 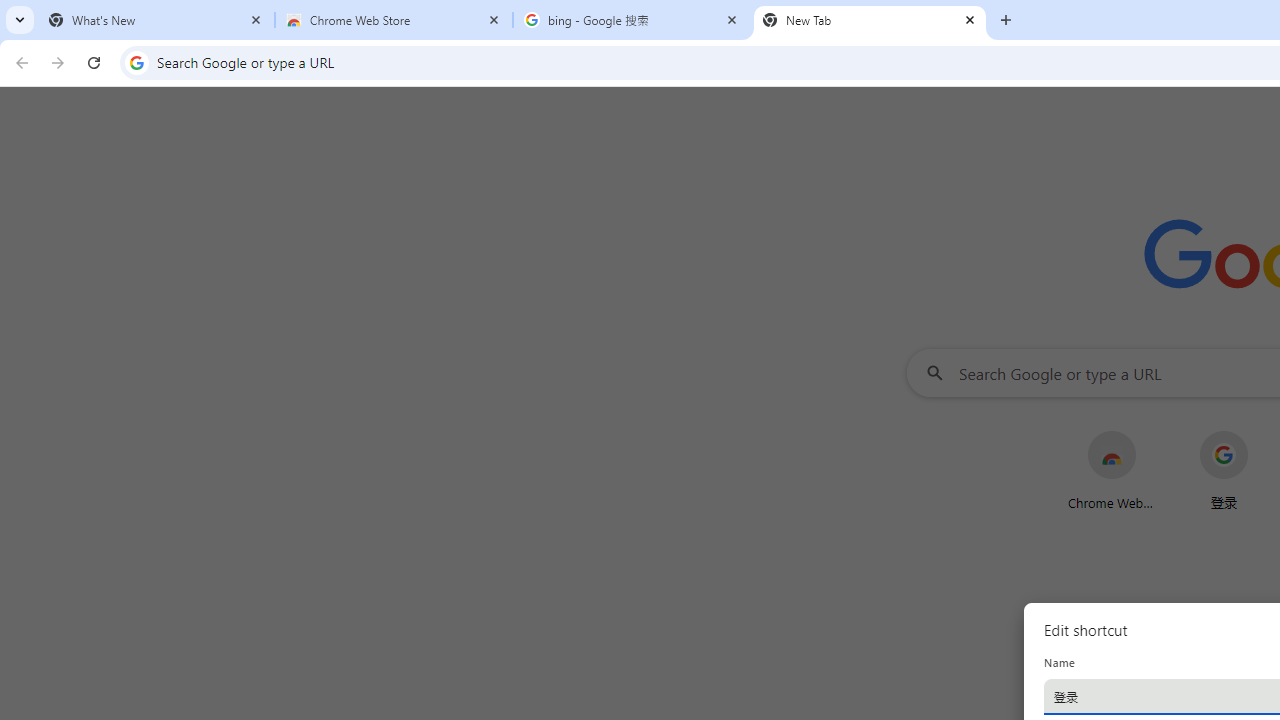 What do you see at coordinates (870, 20) in the screenshot?
I see `'New Tab'` at bounding box center [870, 20].